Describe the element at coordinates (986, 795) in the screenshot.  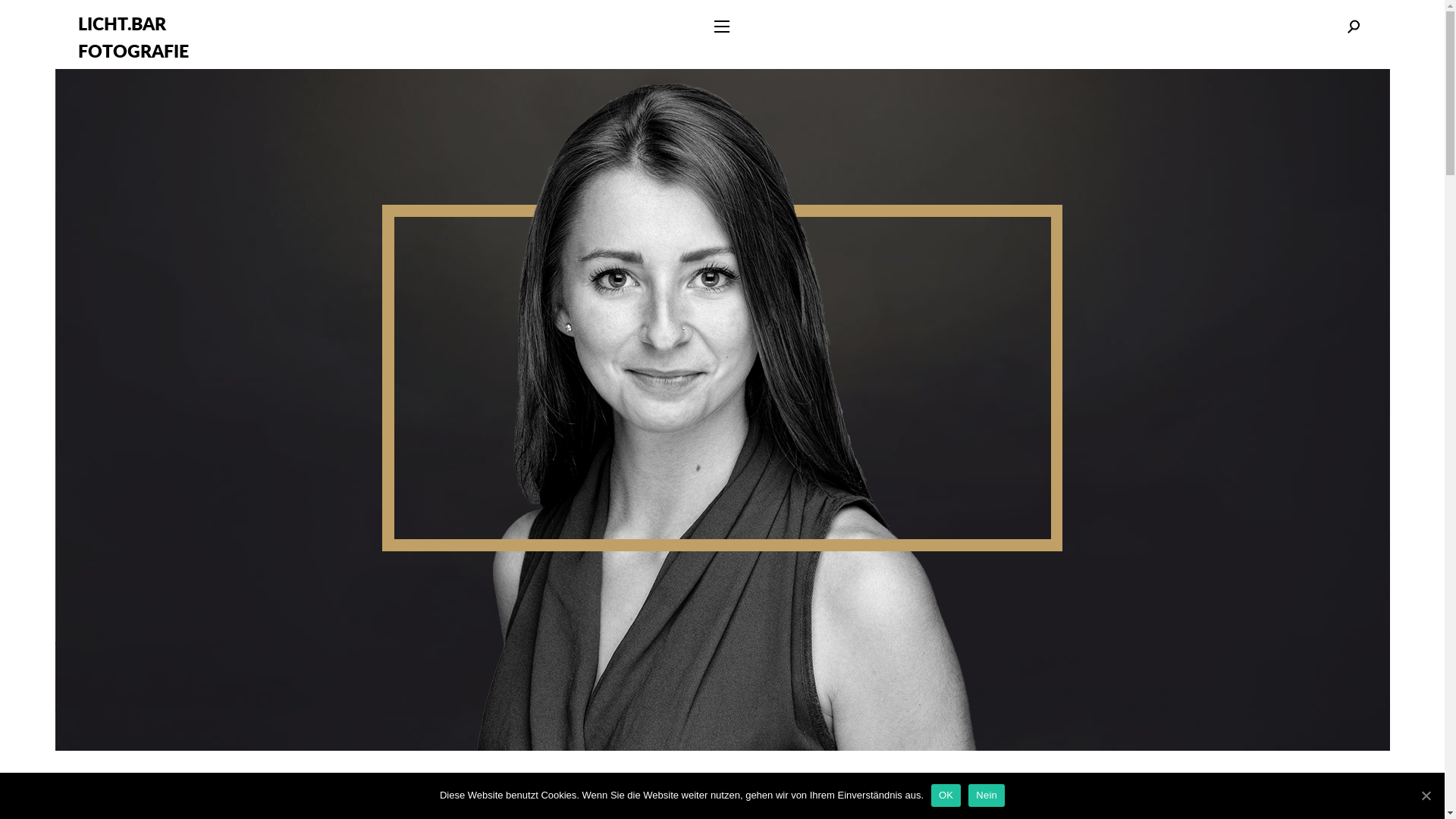
I see `'Nein'` at that location.